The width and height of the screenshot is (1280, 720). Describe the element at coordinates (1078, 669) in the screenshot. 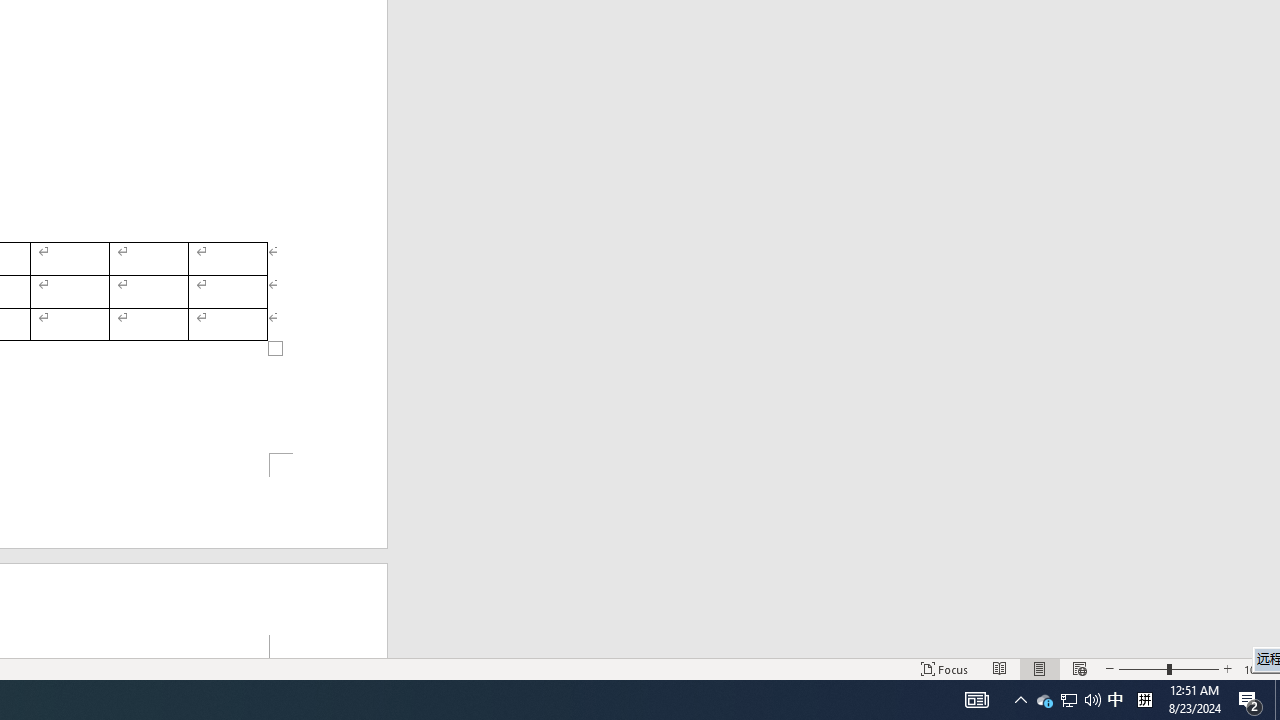

I see `'Web Layout'` at that location.